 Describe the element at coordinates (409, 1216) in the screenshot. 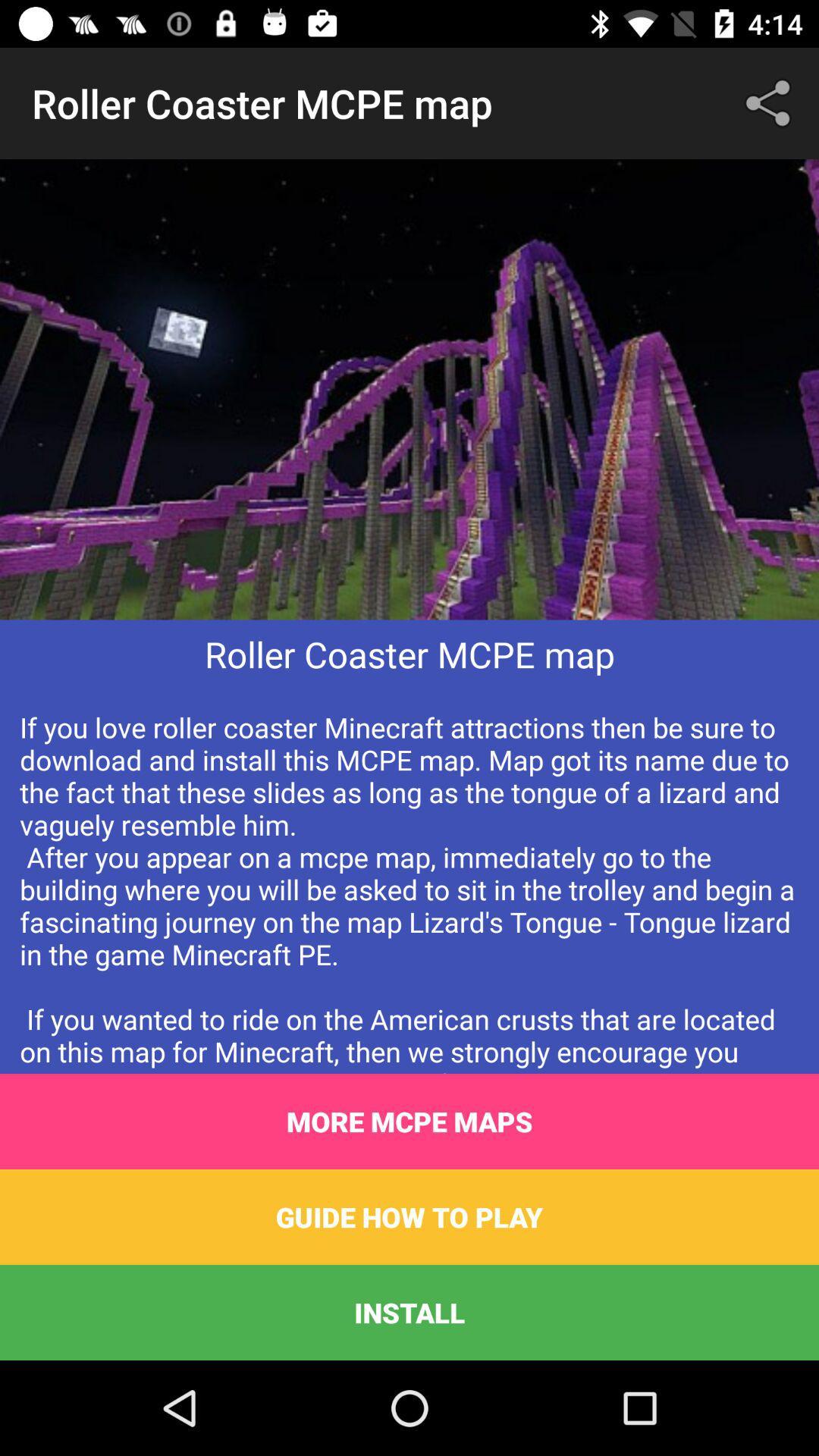

I see `guide how to` at that location.